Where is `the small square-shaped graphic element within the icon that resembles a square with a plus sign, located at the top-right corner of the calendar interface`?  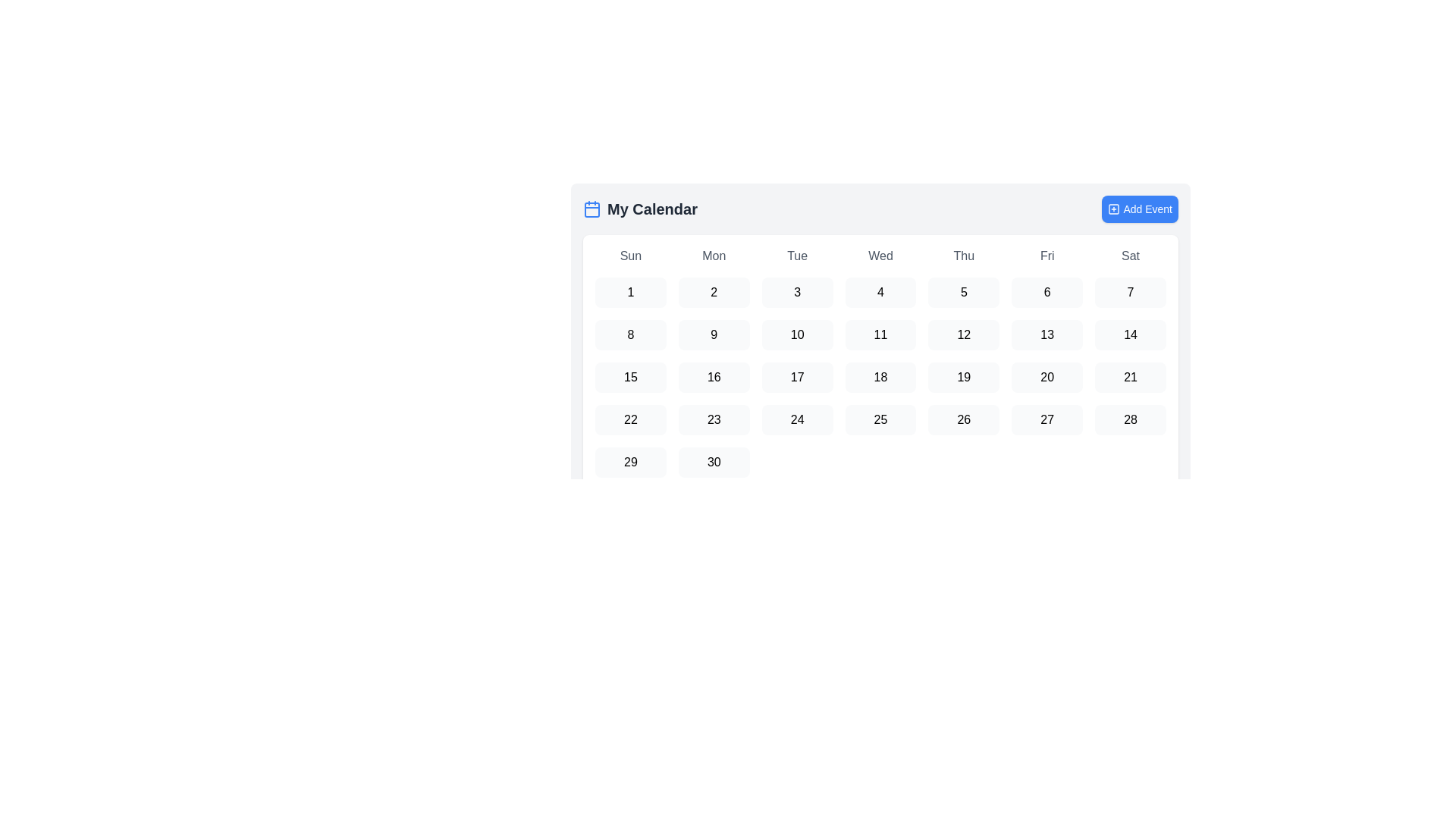 the small square-shaped graphic element within the icon that resembles a square with a plus sign, located at the top-right corner of the calendar interface is located at coordinates (1114, 209).